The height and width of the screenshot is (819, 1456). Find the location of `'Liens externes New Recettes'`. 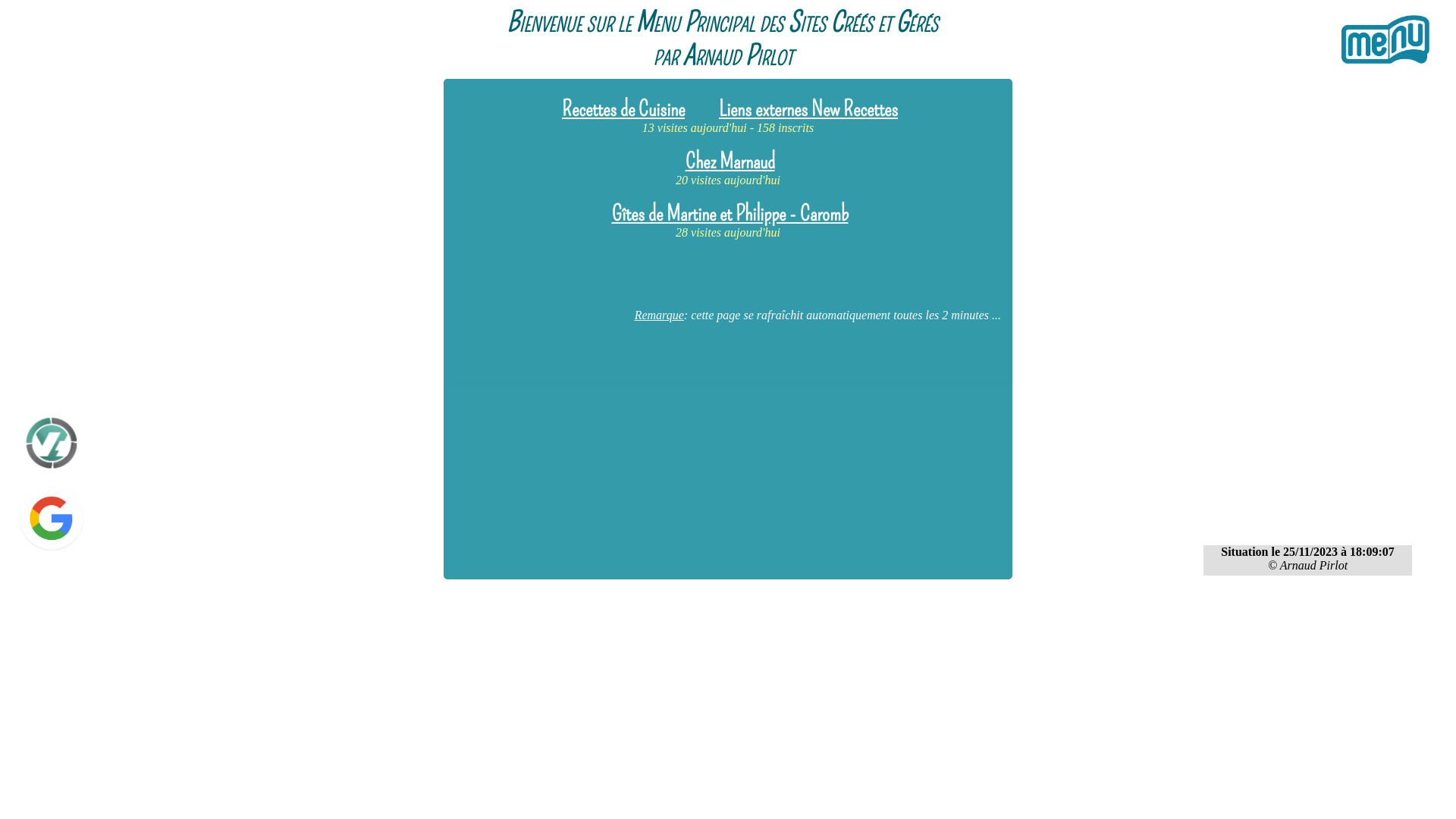

'Liens externes New Recettes' is located at coordinates (807, 108).